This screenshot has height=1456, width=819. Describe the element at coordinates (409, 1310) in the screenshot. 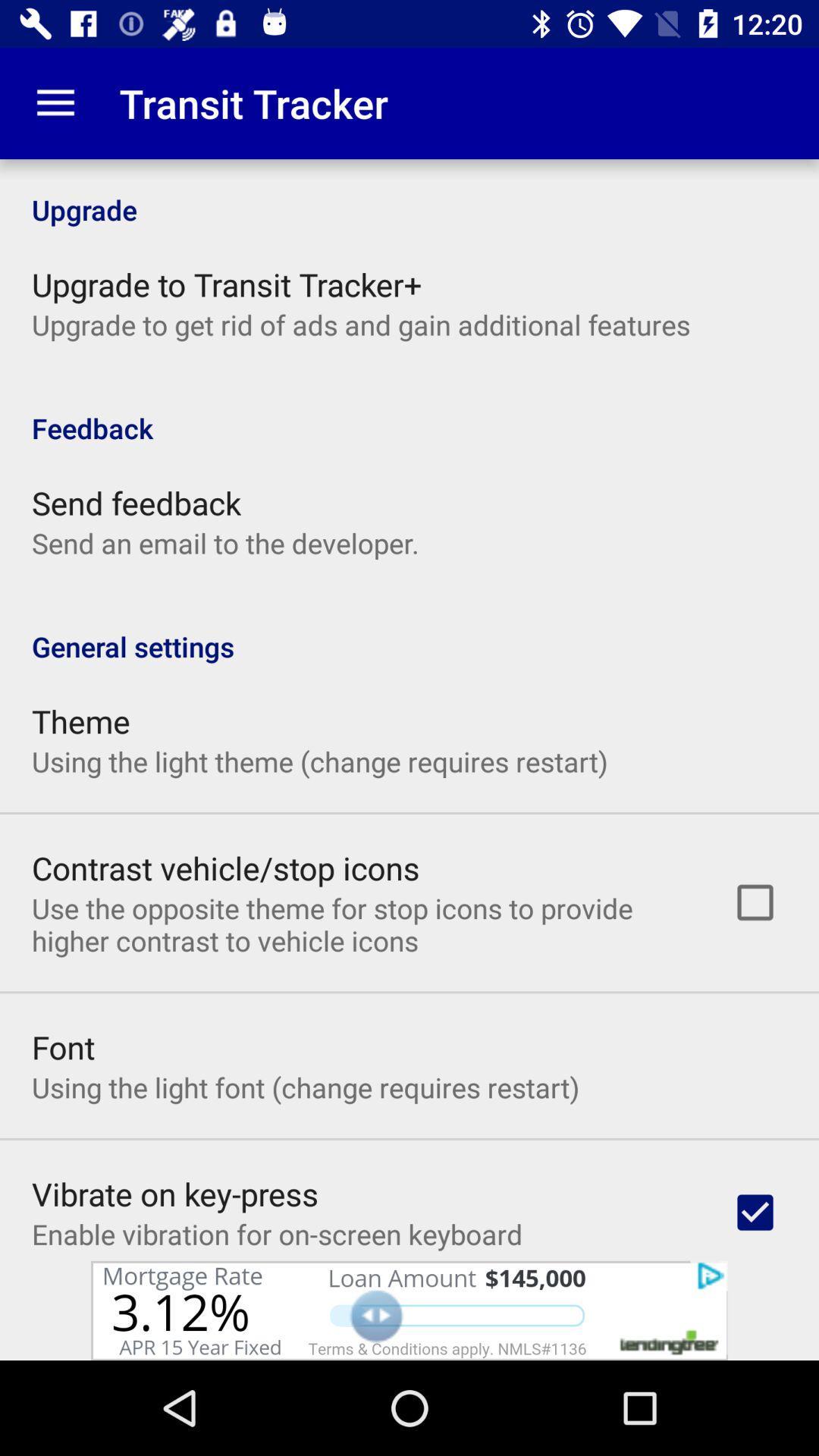

I see `a page for a loan company` at that location.